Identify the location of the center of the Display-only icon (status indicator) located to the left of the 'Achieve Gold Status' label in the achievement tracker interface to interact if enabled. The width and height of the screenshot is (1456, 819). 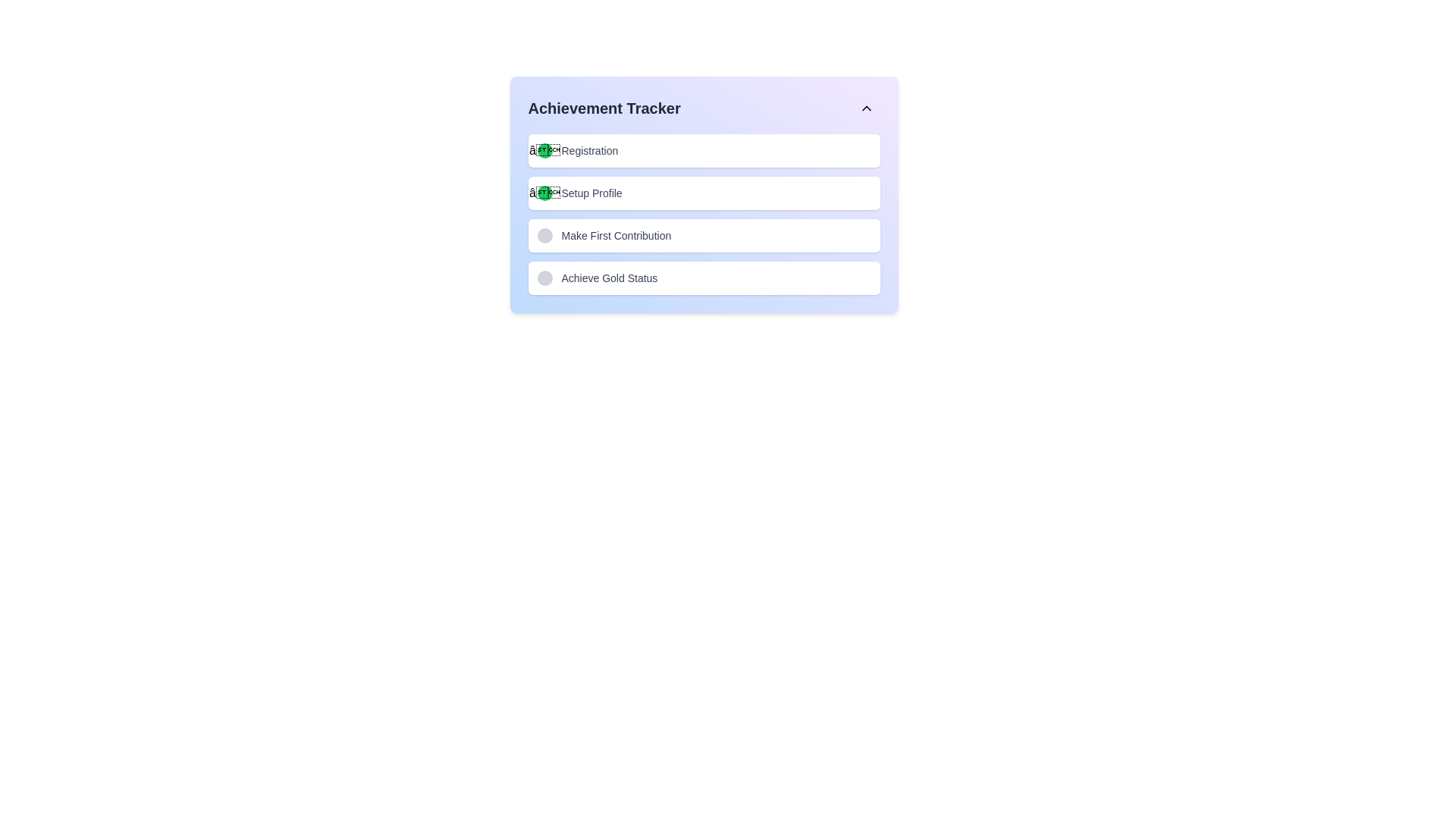
(544, 278).